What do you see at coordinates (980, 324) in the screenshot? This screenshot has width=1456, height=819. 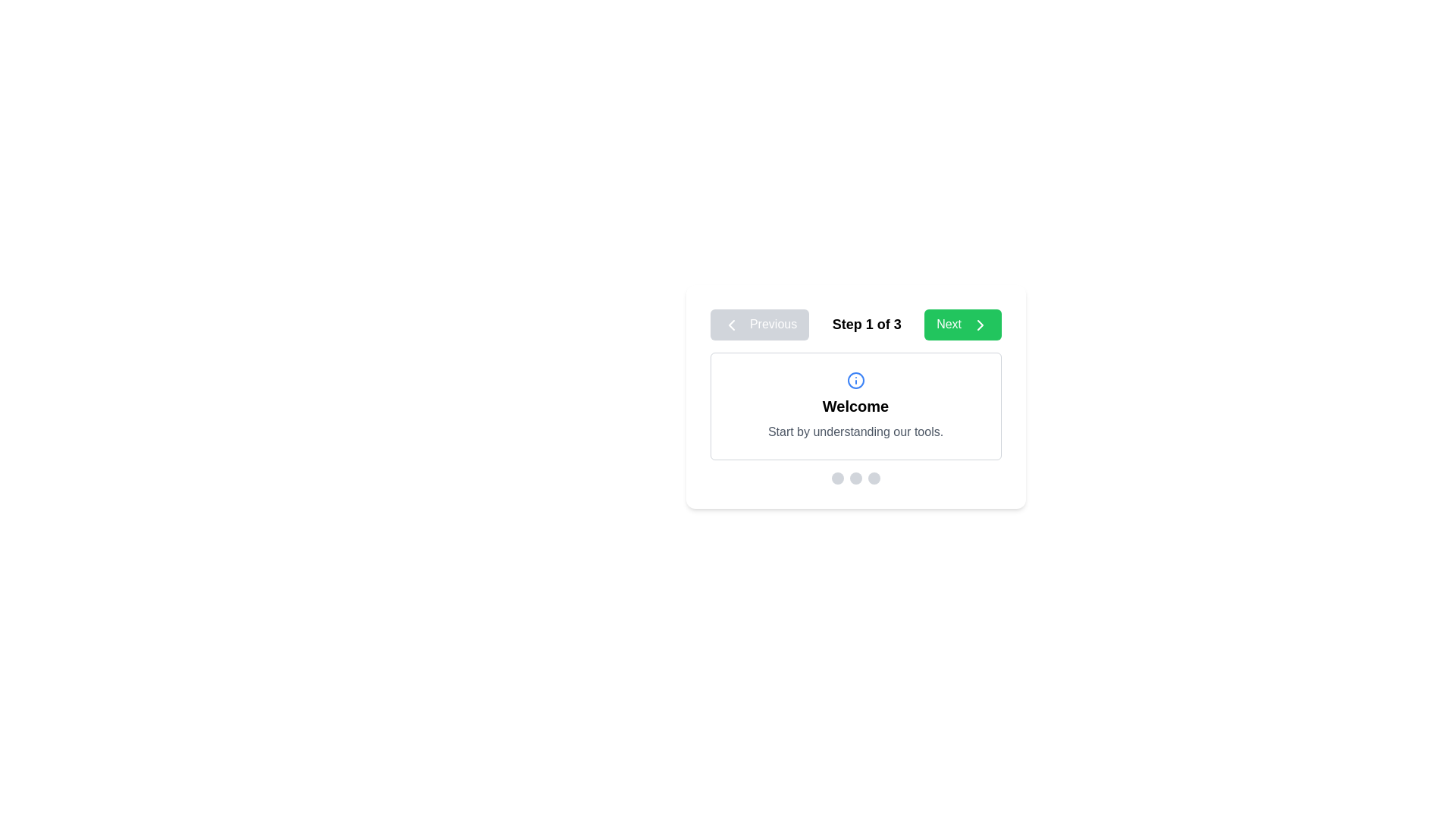 I see `the chevron icon within the 'Next' button` at bounding box center [980, 324].